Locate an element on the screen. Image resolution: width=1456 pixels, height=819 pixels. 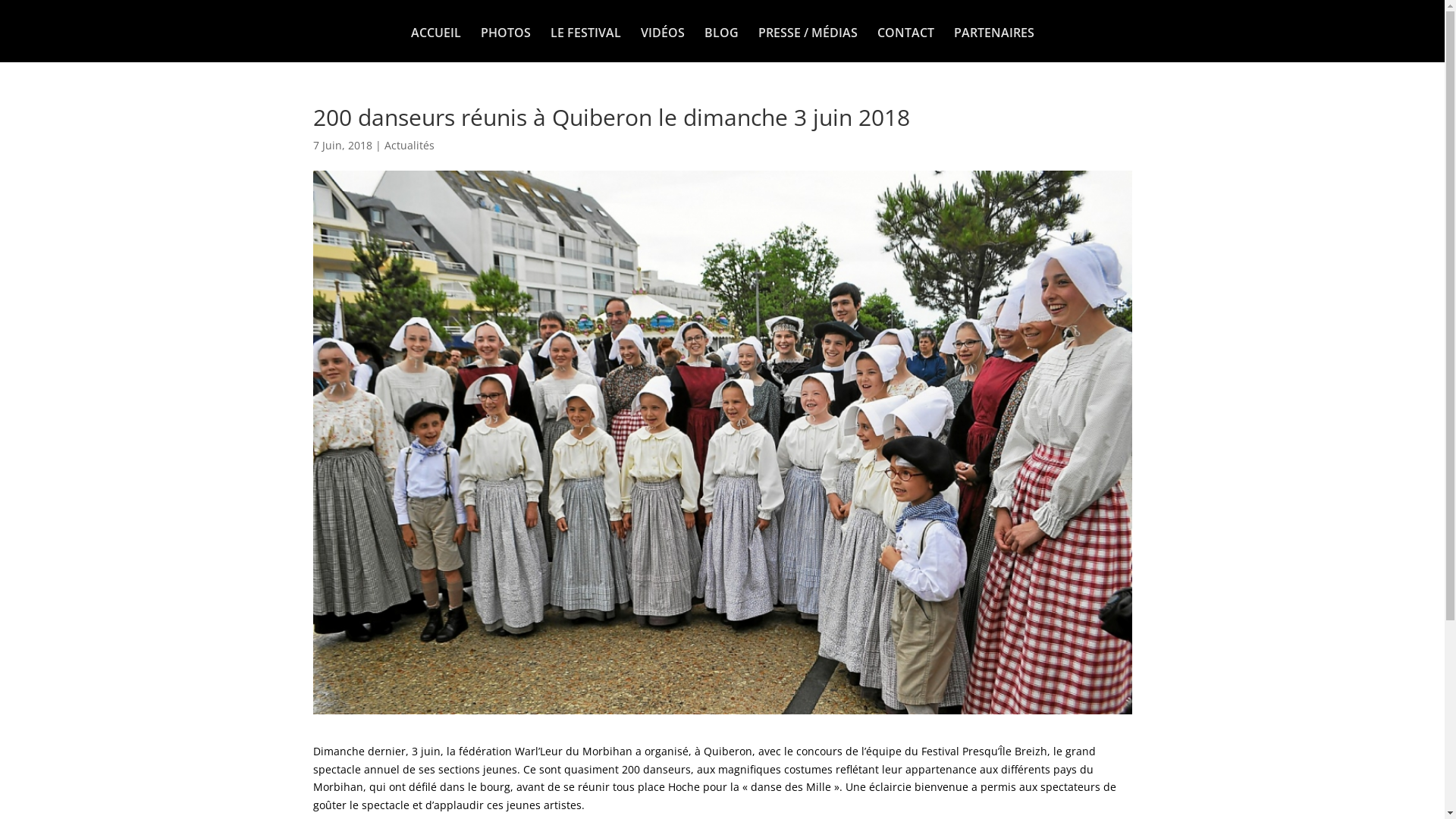
'LE FESTIVAL' is located at coordinates (585, 43).